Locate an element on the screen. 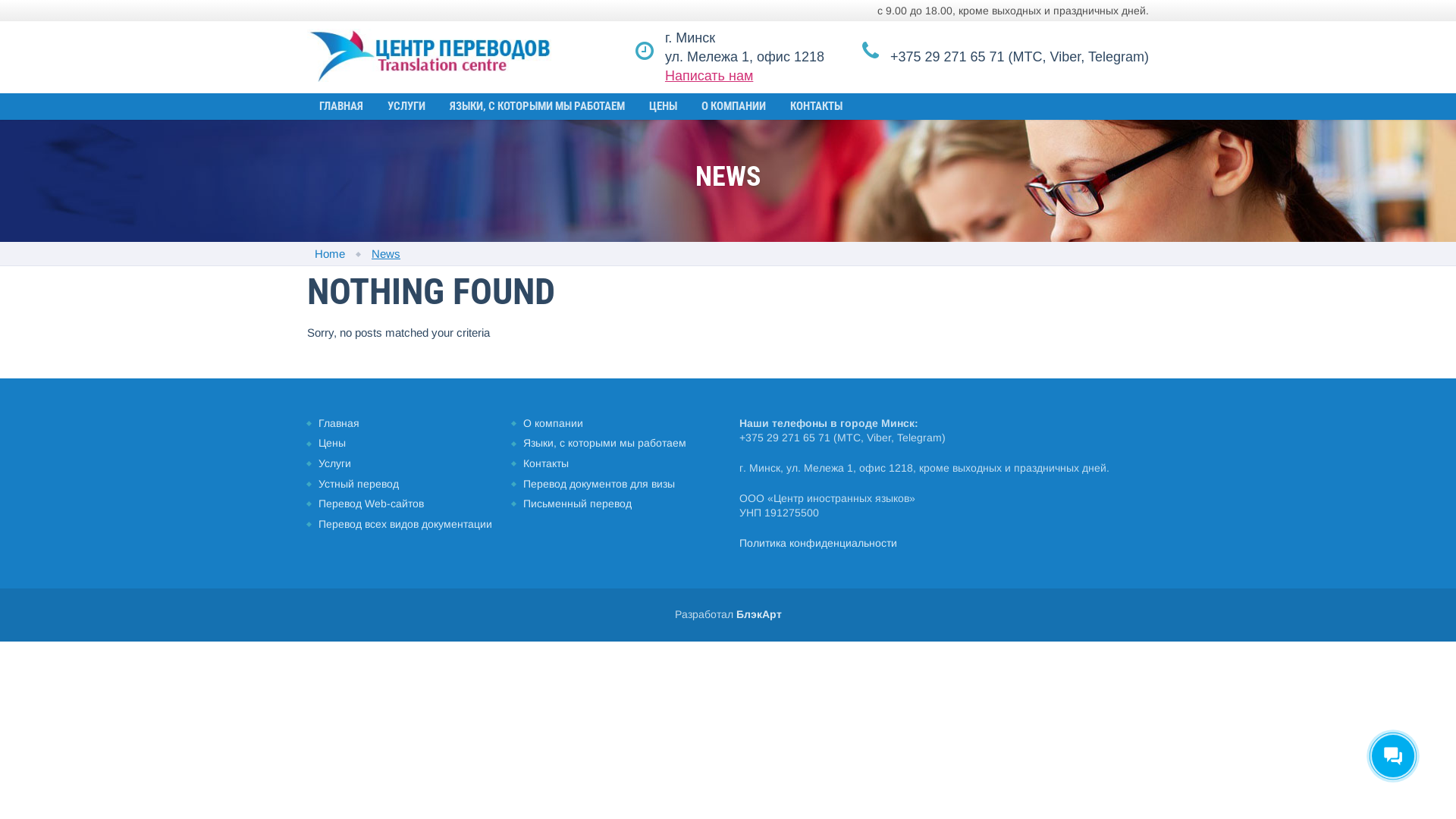  'Home' is located at coordinates (329, 253).